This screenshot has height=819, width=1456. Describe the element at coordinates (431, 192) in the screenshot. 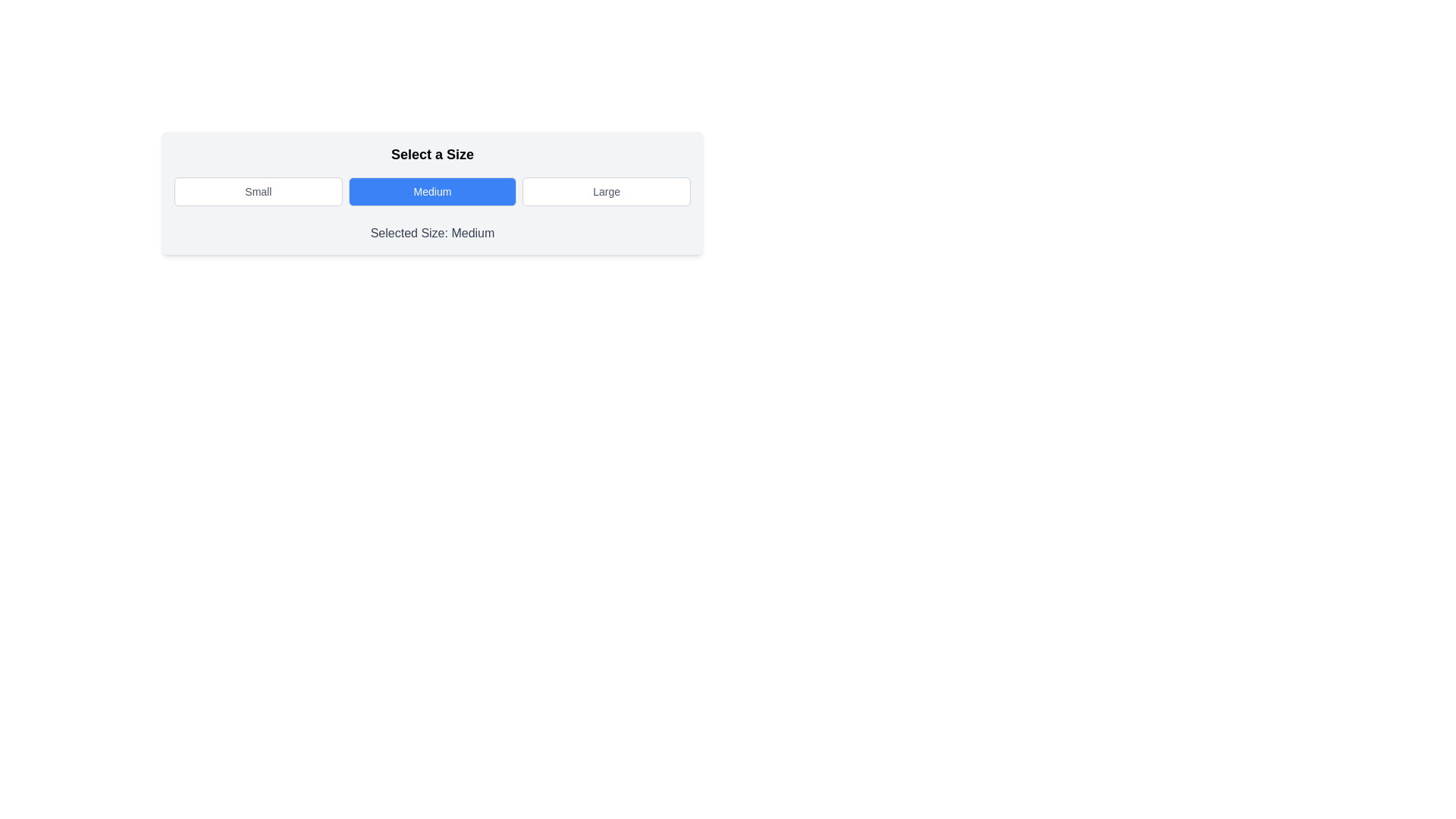

I see `the 'Medium' button in the size selection panel` at that location.